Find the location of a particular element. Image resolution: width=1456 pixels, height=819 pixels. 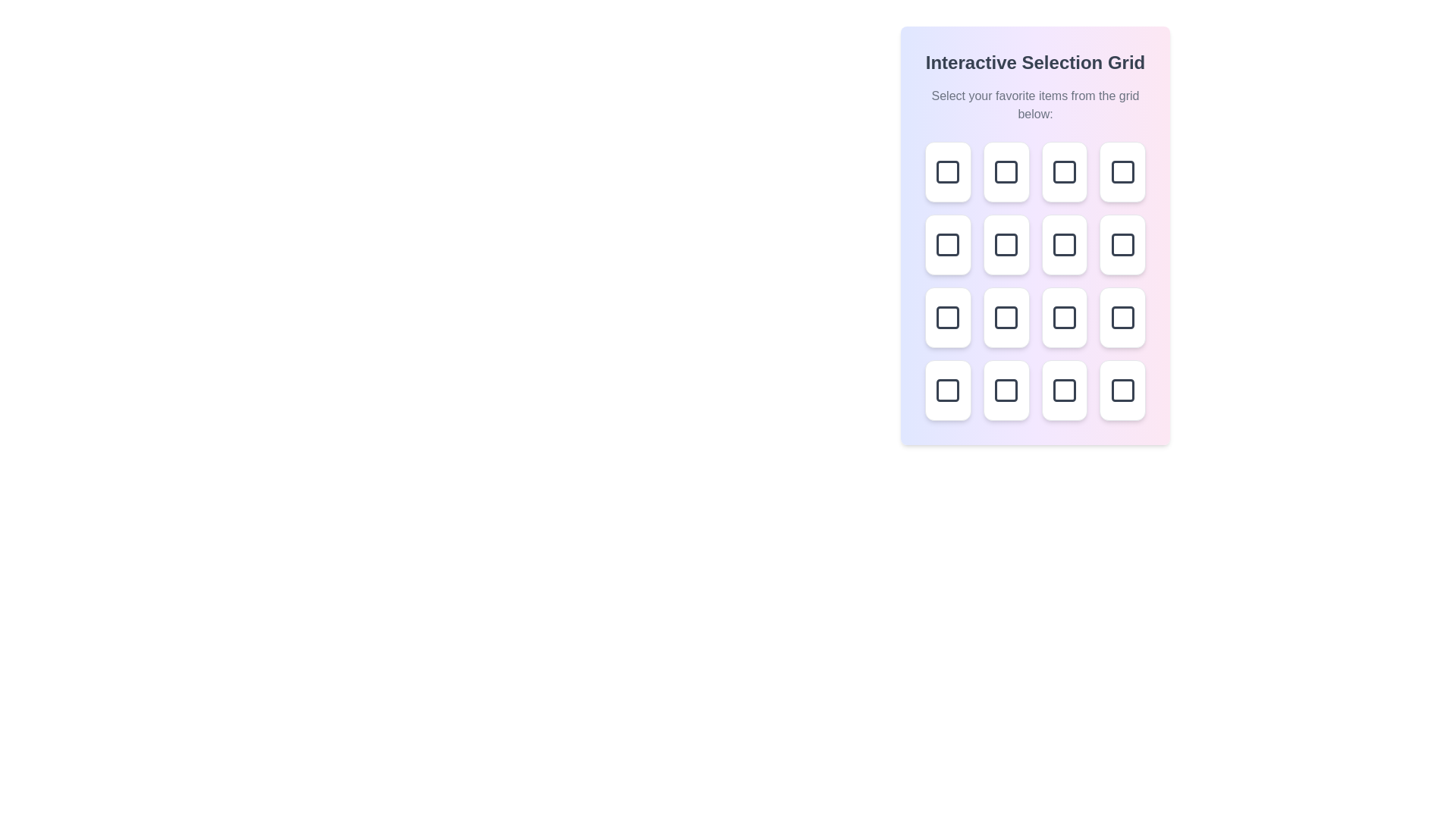

the selectable grid item located in the fourth row and third column of the 'Interactive Selection Grid' to potentially trigger a tooltip or highlighting effect is located at coordinates (1122, 317).